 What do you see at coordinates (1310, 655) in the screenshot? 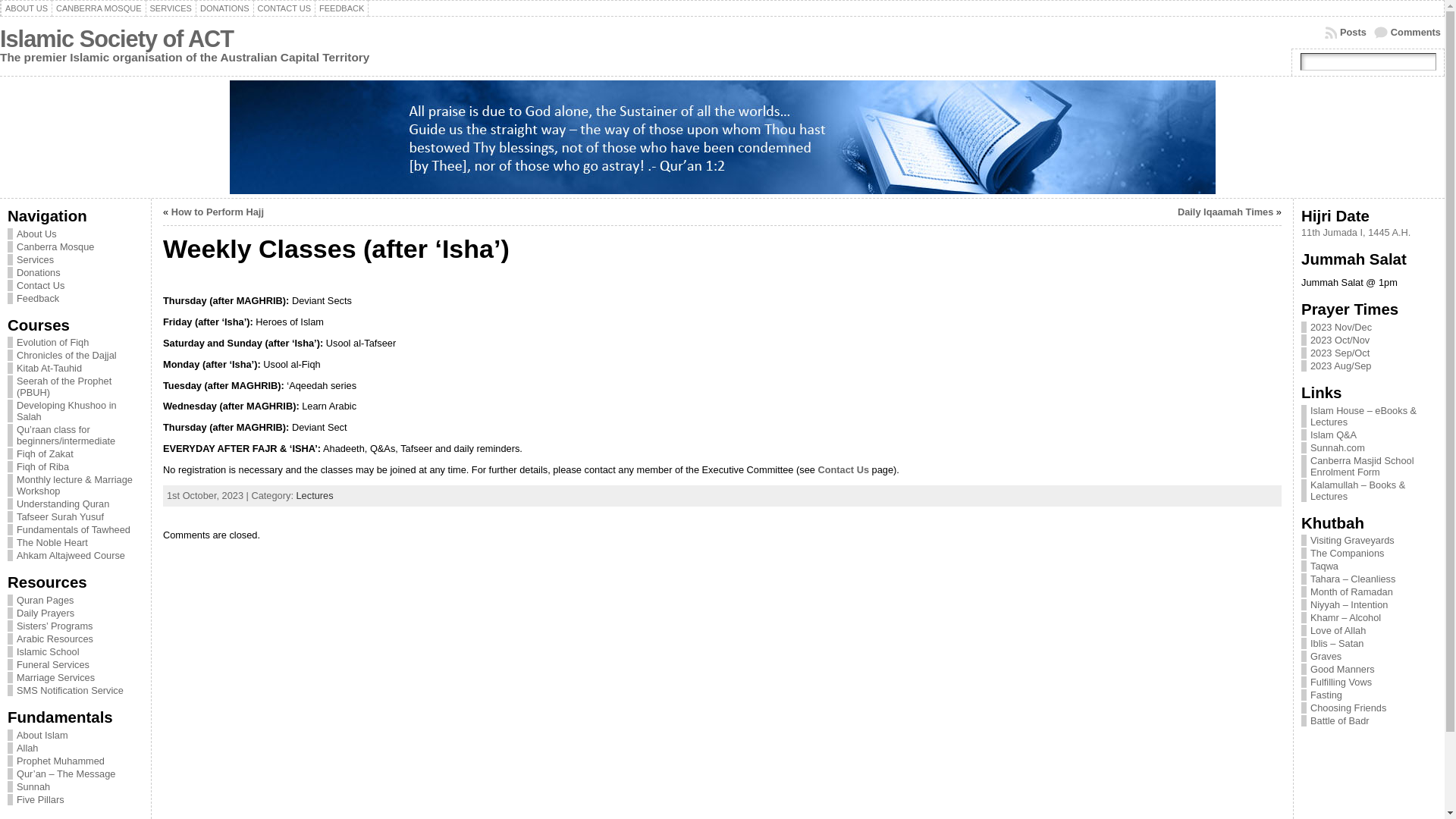
I see `'Graves'` at bounding box center [1310, 655].